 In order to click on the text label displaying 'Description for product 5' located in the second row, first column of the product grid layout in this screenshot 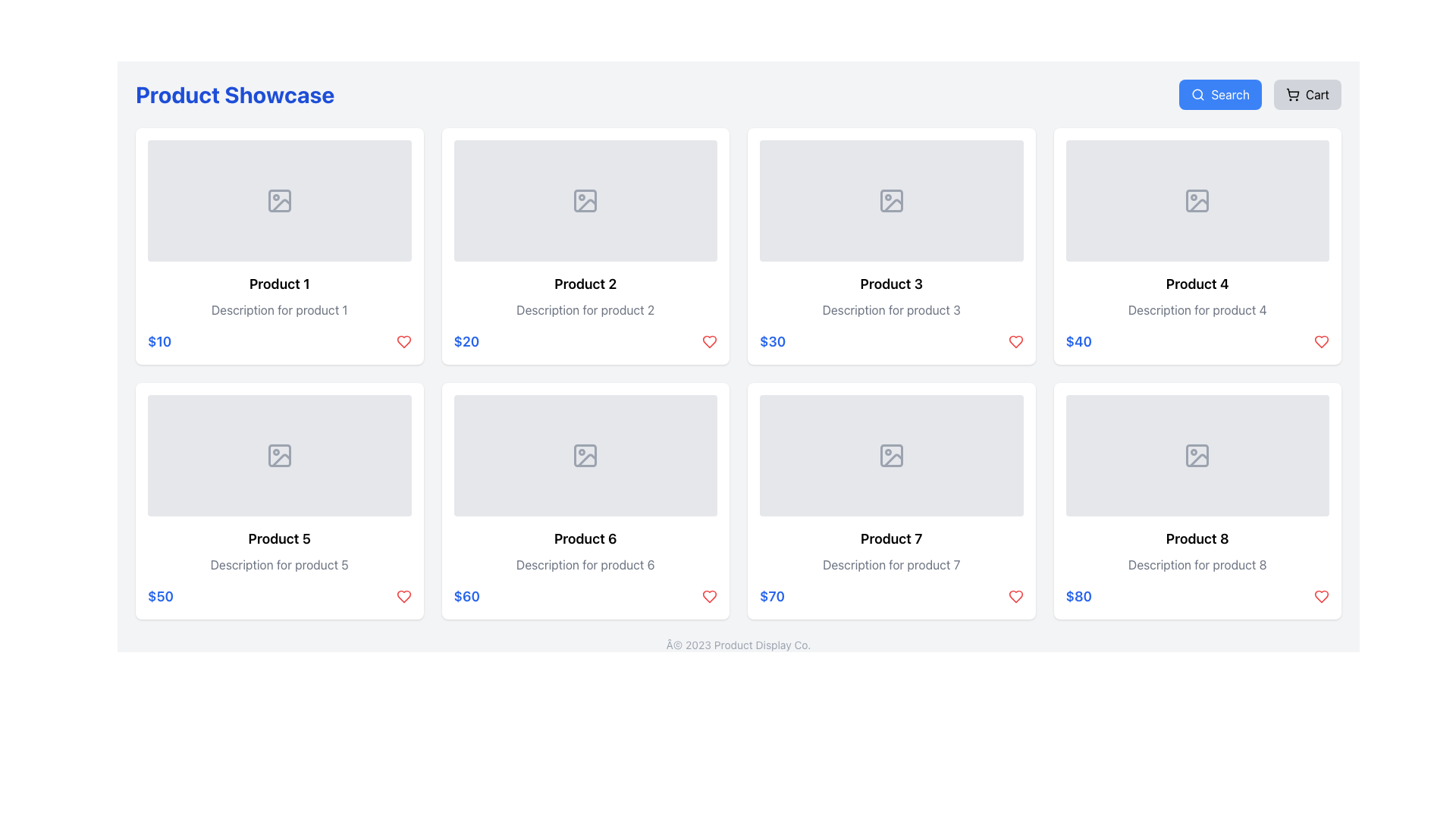, I will do `click(279, 564)`.